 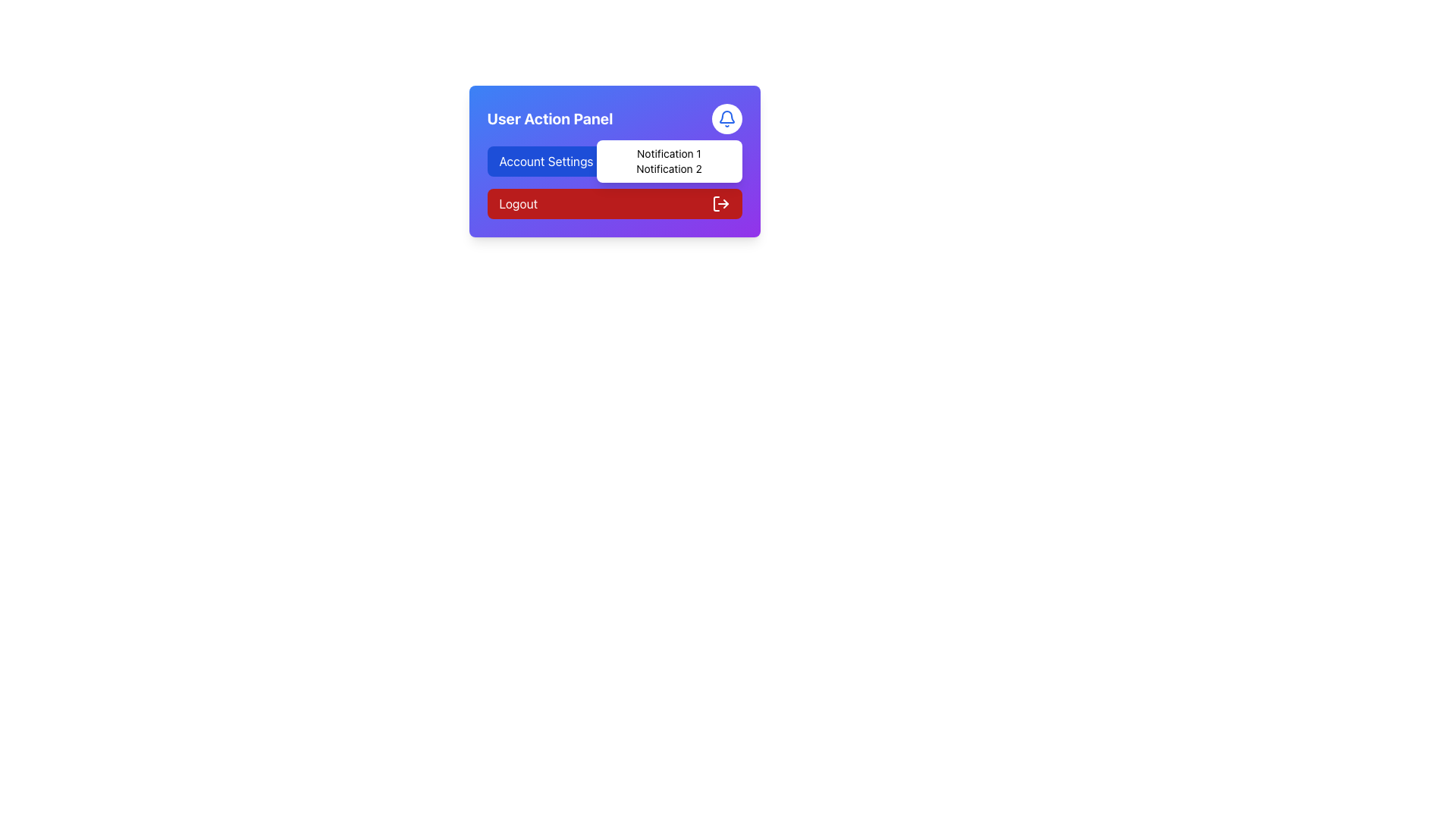 What do you see at coordinates (614, 203) in the screenshot?
I see `the logout button located beneath the 'Account Settings' button in the 'User Action Panel'` at bounding box center [614, 203].